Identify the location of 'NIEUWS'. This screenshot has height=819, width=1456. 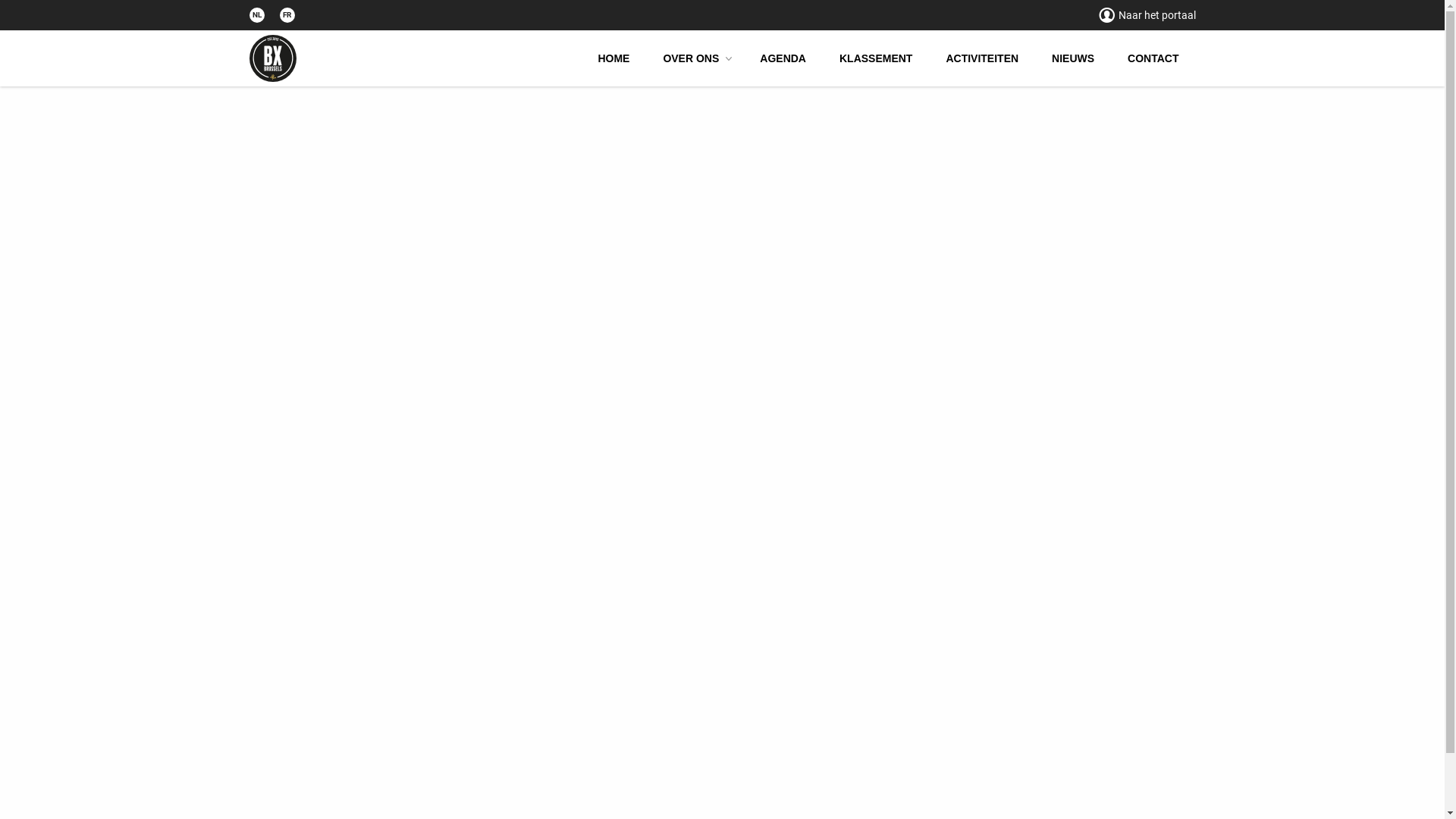
(1034, 58).